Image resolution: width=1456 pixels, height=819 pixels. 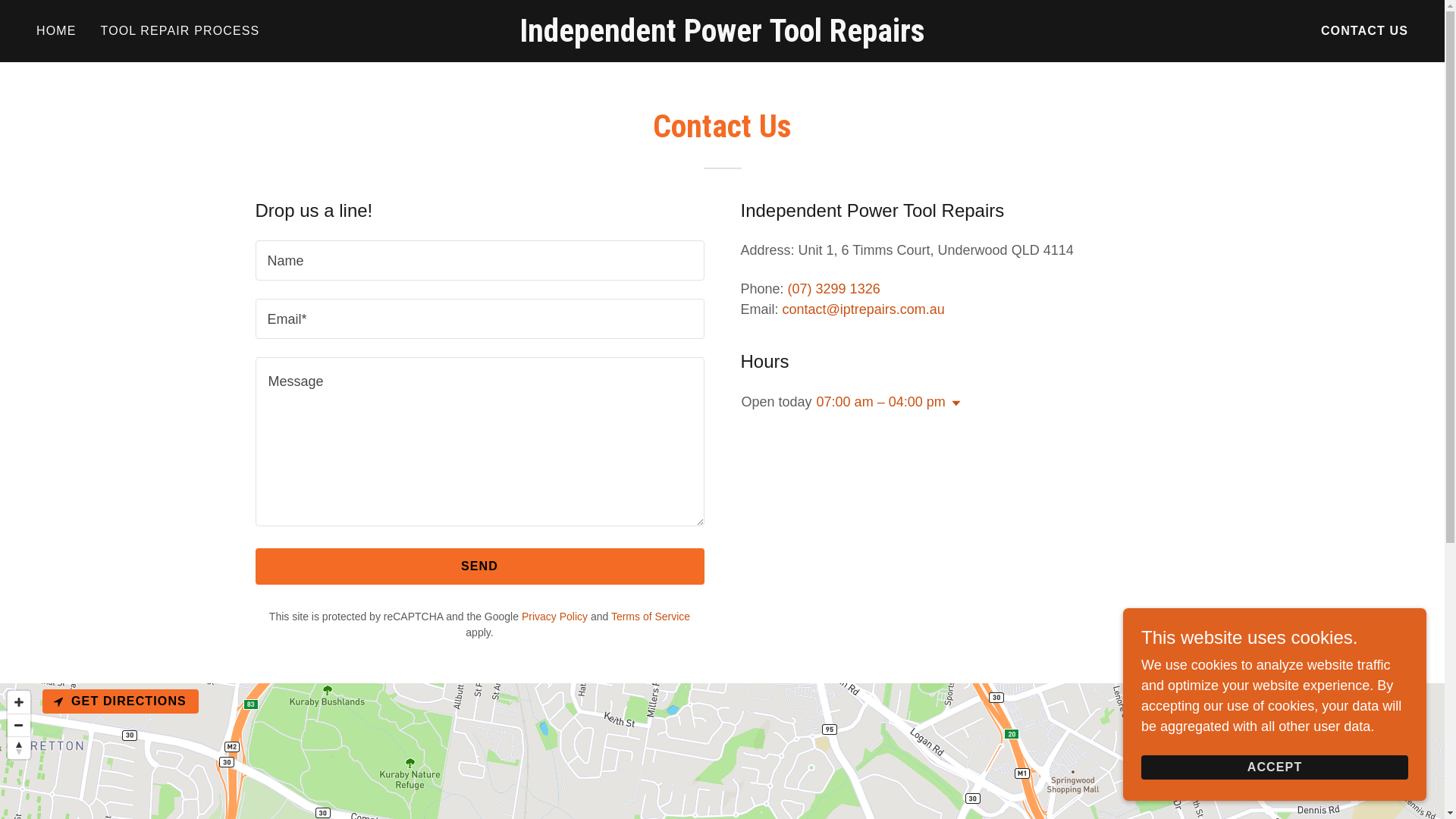 What do you see at coordinates (1364, 31) in the screenshot?
I see `'CONTACT US'` at bounding box center [1364, 31].